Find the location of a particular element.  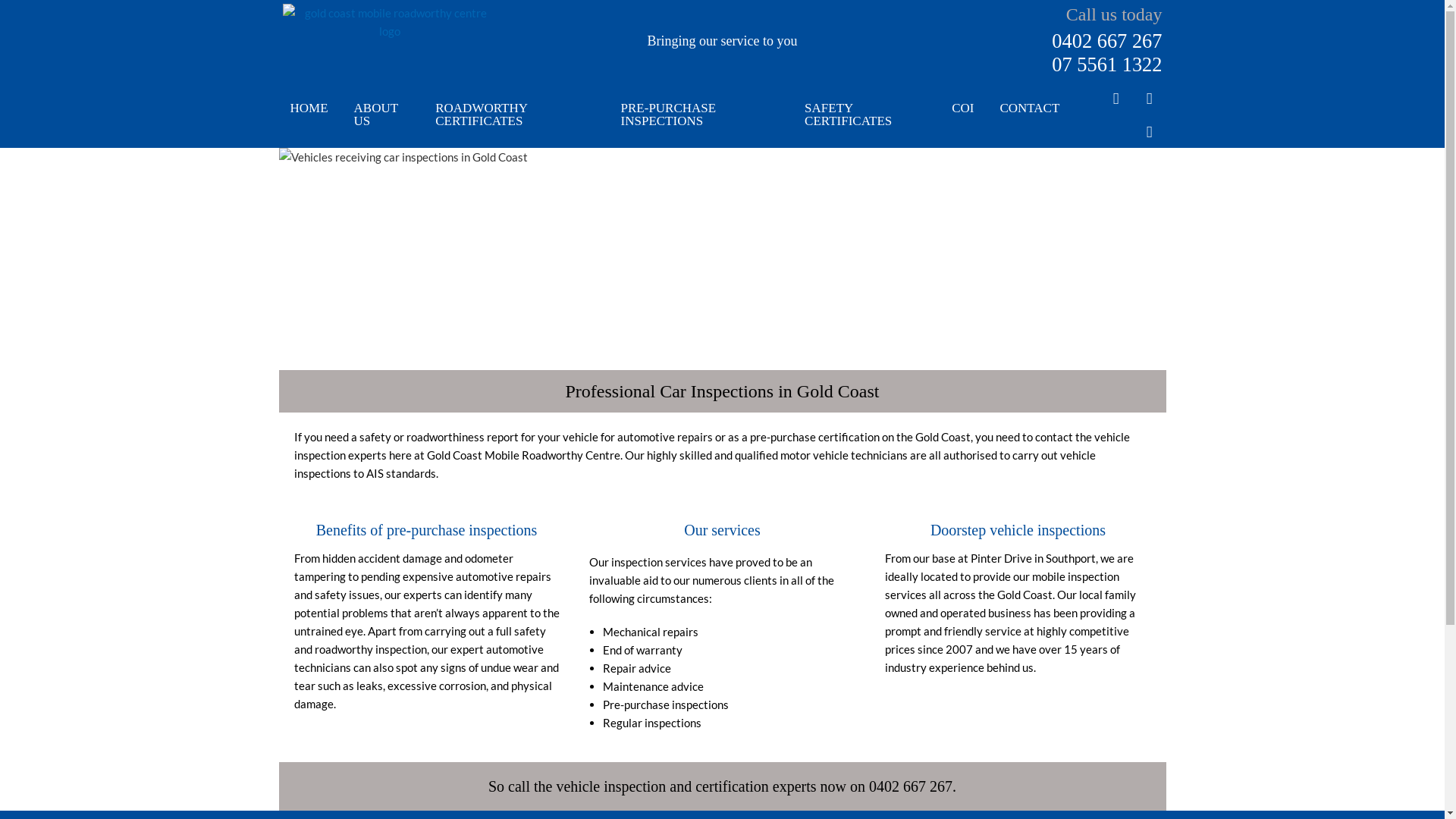

'0402 667 267' is located at coordinates (1106, 40).